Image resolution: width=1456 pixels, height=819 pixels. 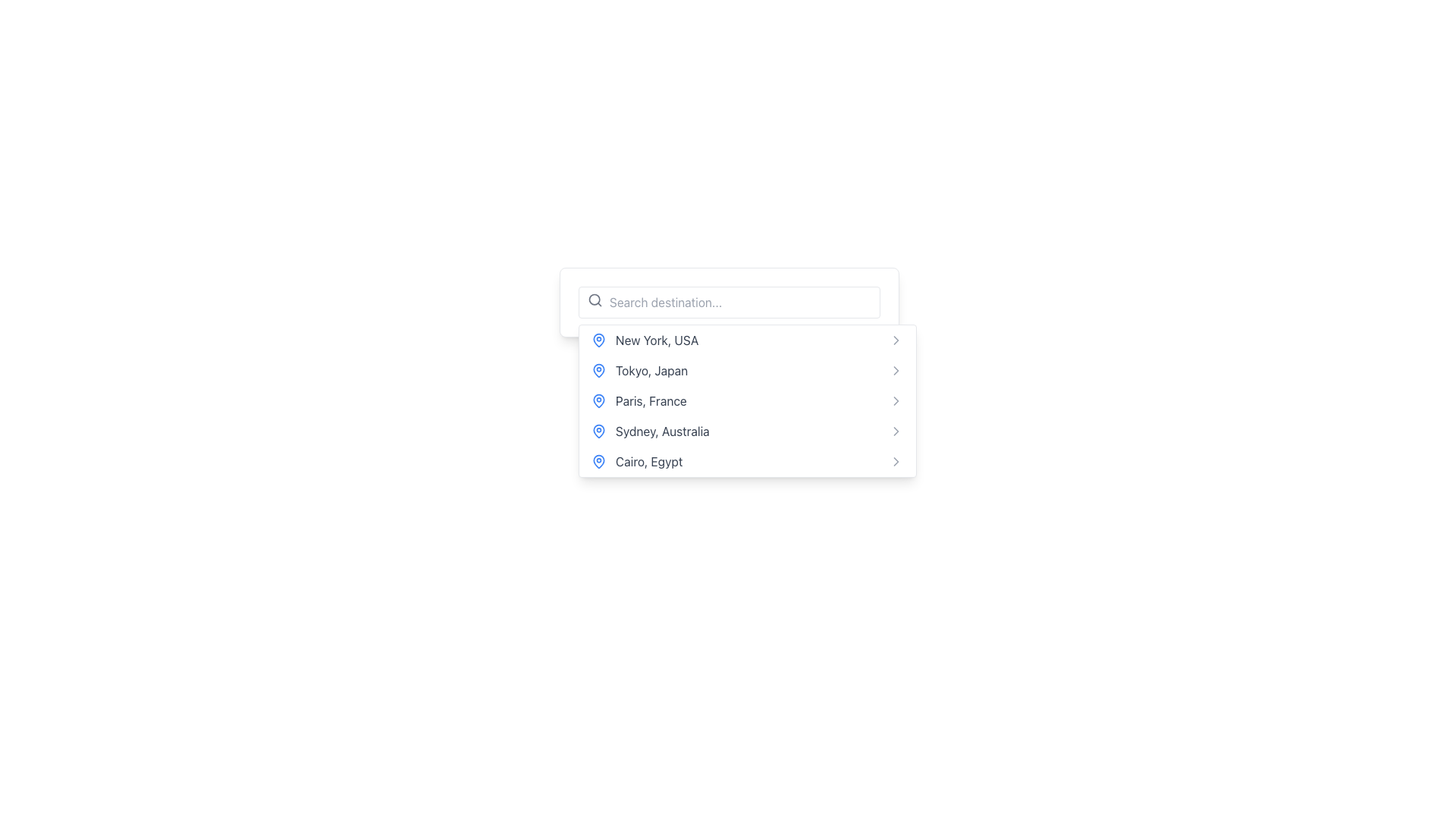 What do you see at coordinates (896, 400) in the screenshot?
I see `the icon at the far-right side of the 'Paris, France' entry in the selectable list` at bounding box center [896, 400].